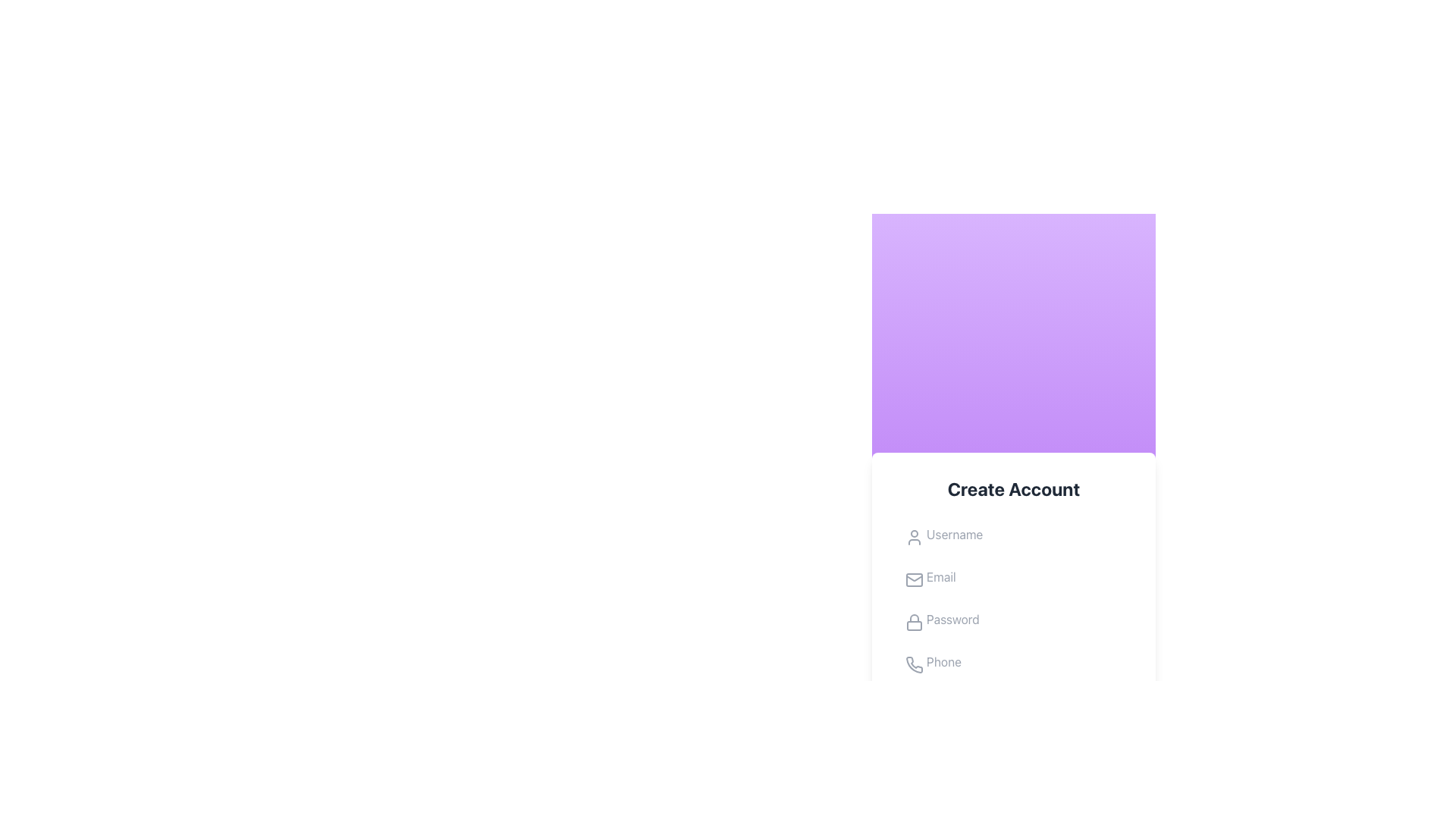  I want to click on the input field associated with the envelope icon representing the 'Email' field in the 'Create Account' form, so click(913, 579).